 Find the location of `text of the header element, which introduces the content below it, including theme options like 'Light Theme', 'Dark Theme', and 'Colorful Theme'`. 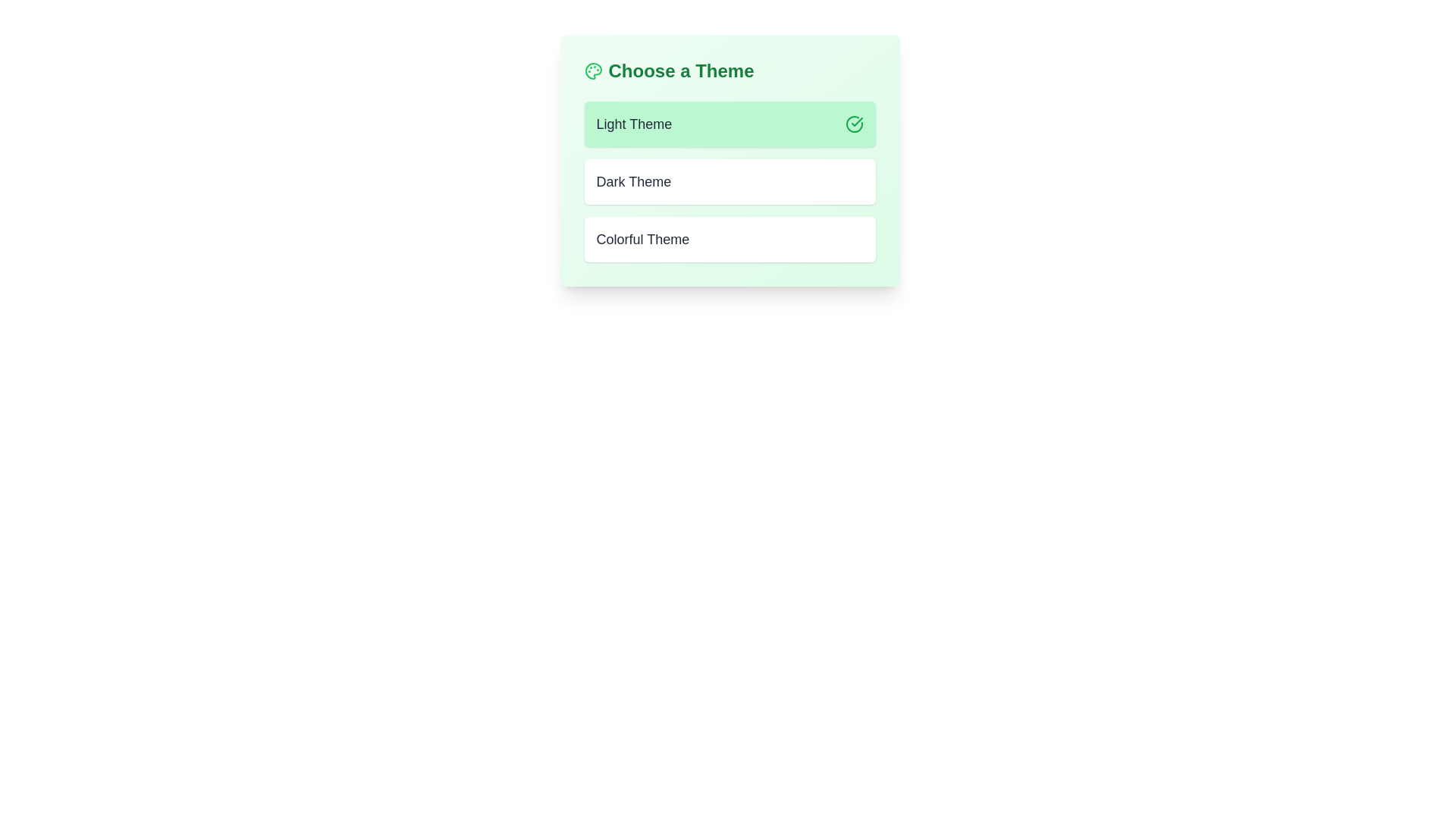

text of the header element, which introduces the content below it, including theme options like 'Light Theme', 'Dark Theme', and 'Colorful Theme' is located at coordinates (730, 71).